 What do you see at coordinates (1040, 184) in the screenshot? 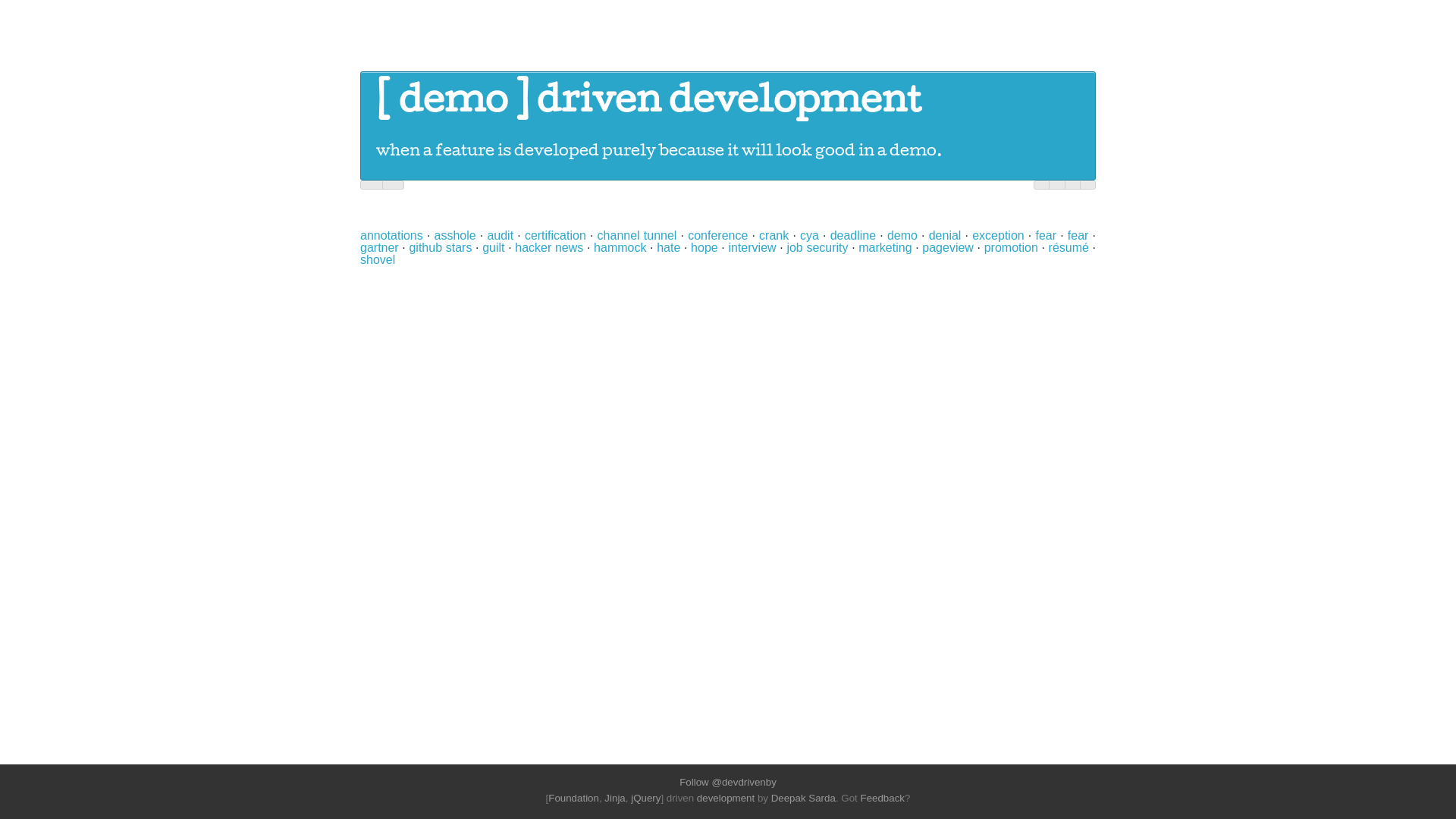
I see `'share on twitter'` at bounding box center [1040, 184].